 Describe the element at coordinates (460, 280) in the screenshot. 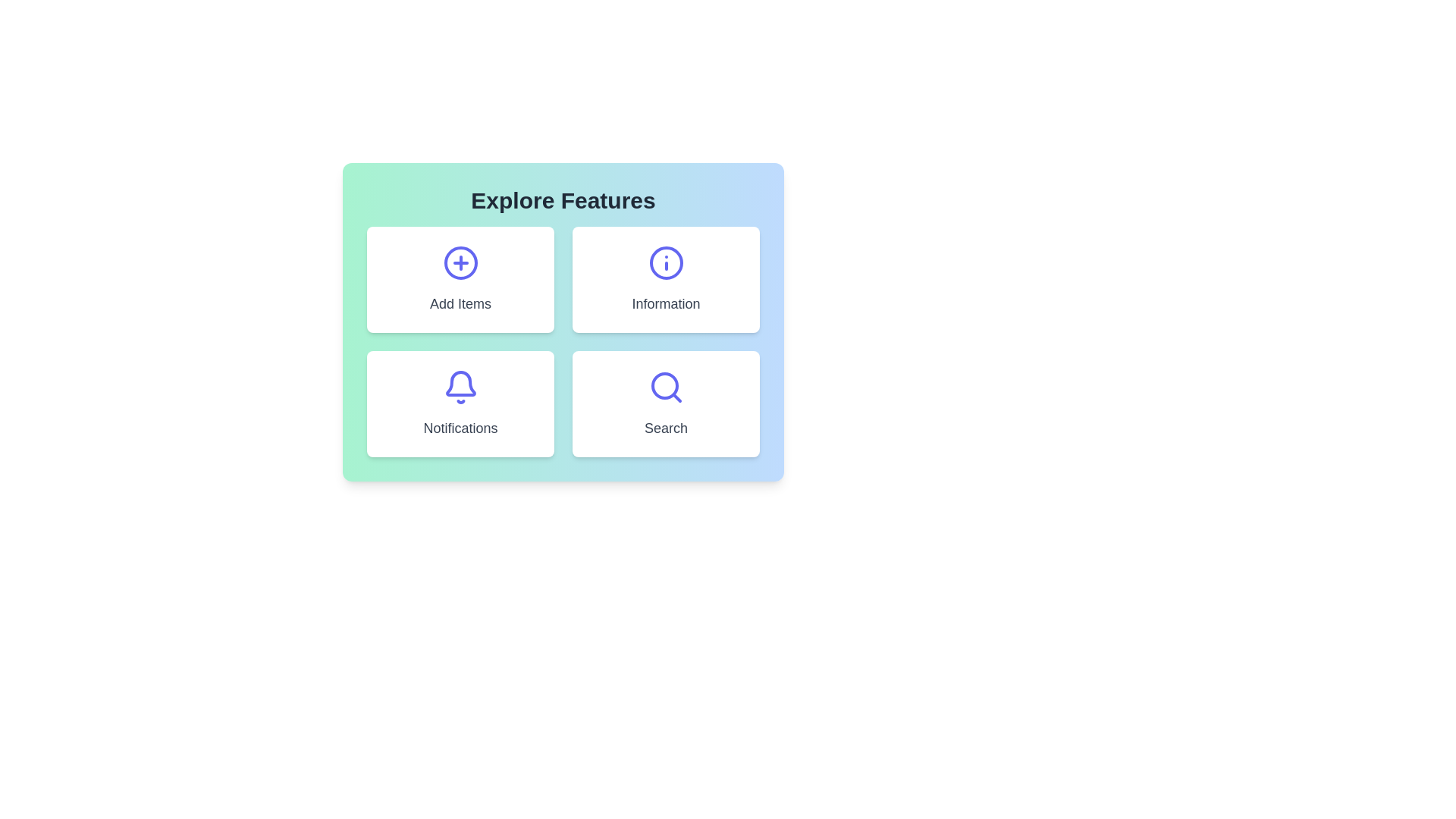

I see `the first Button-like card in the upper-left section of the 2x2 grid layout` at that location.